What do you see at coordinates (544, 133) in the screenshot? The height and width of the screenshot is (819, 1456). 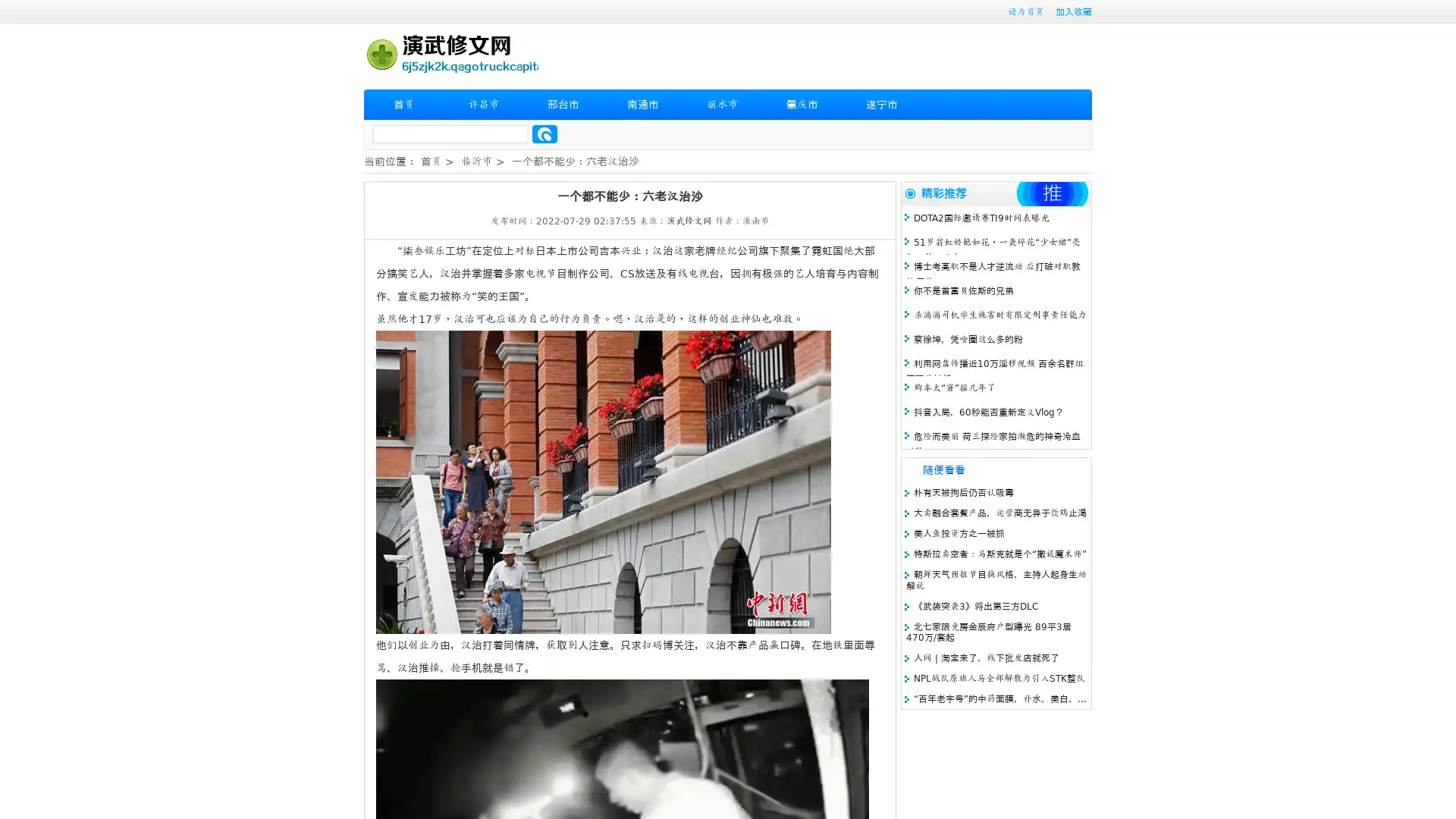 I see `Search` at bounding box center [544, 133].